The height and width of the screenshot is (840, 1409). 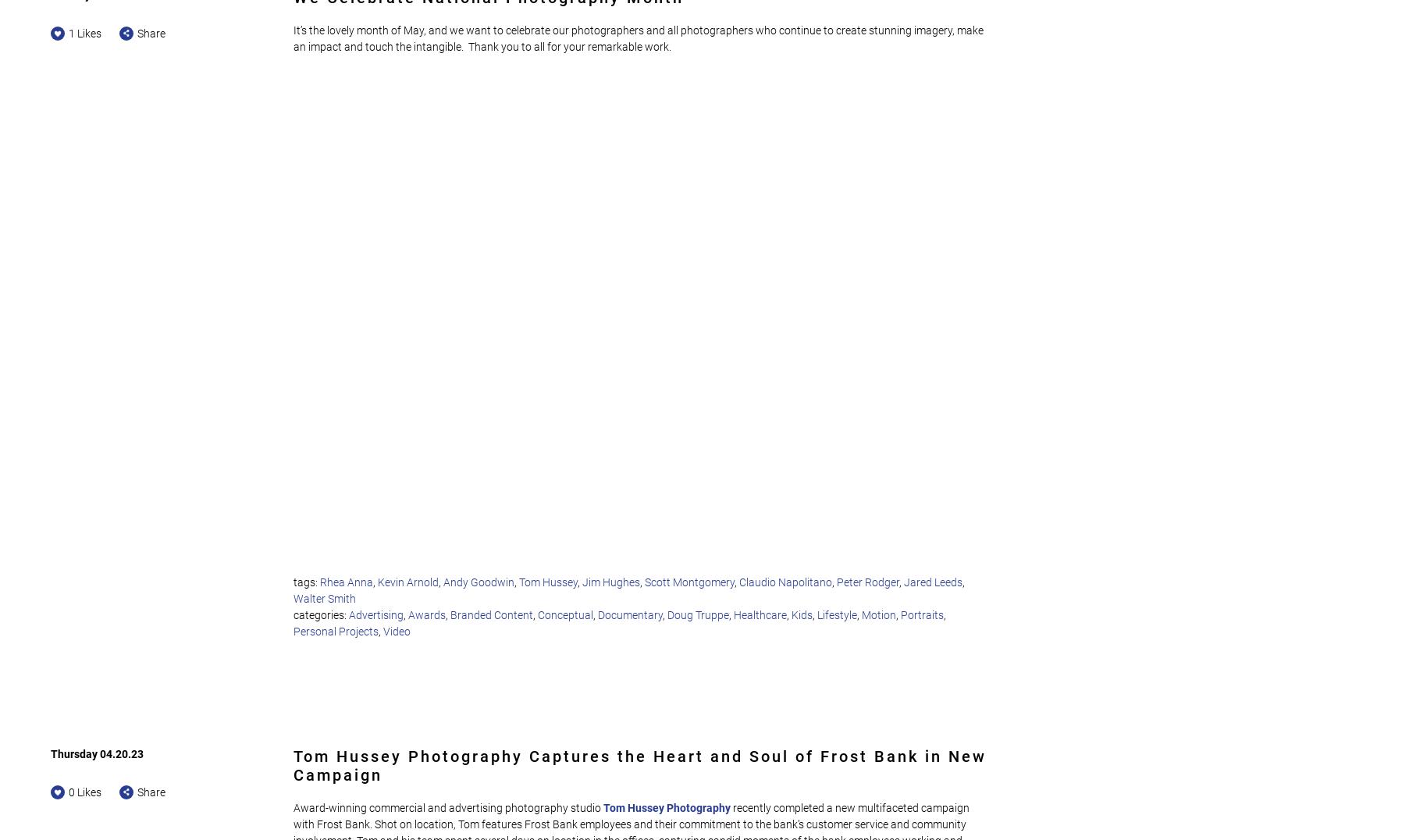 What do you see at coordinates (491, 614) in the screenshot?
I see `'Branded Content'` at bounding box center [491, 614].